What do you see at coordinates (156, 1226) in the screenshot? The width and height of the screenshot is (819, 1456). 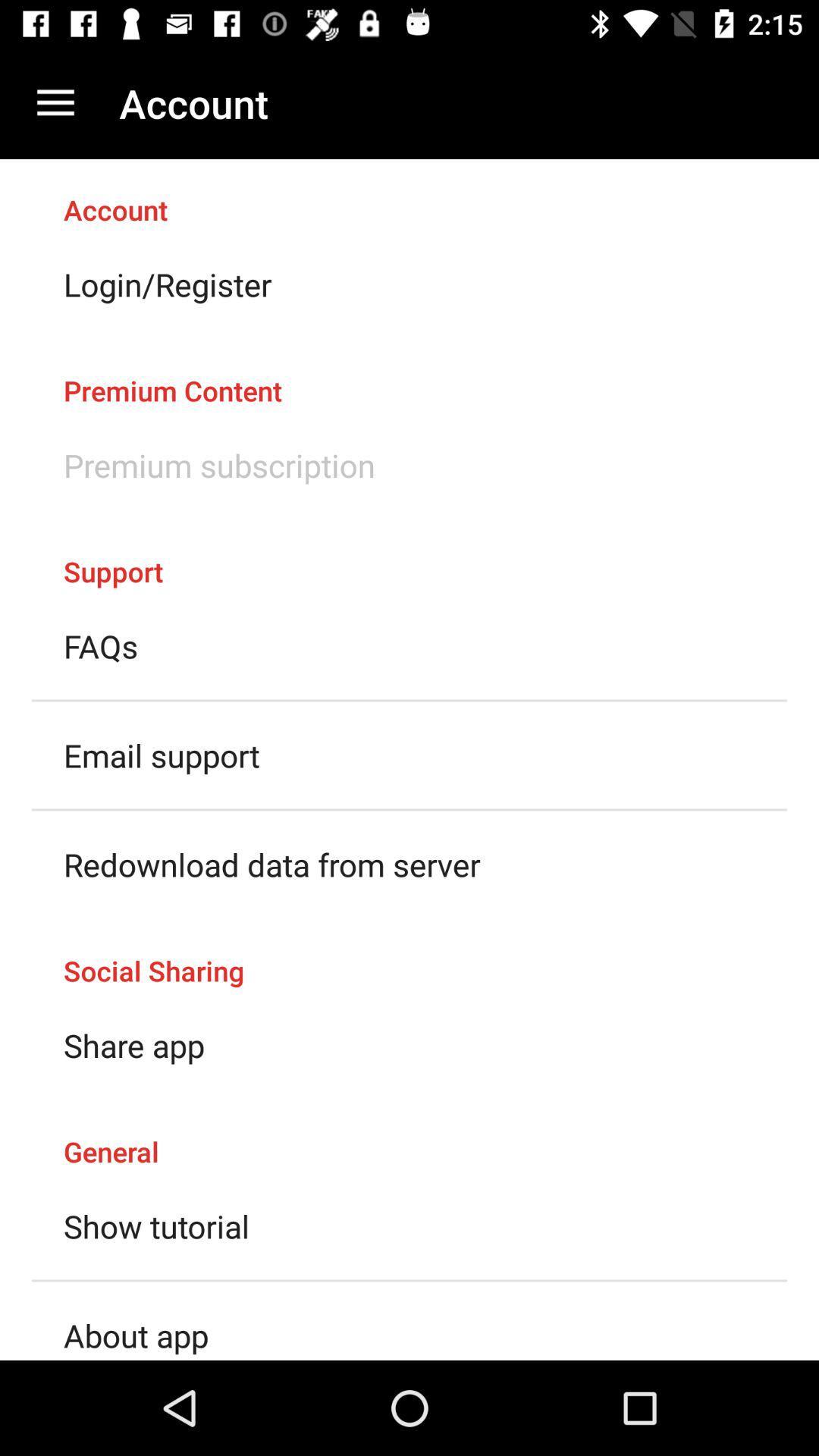 I see `show tutorial icon` at bounding box center [156, 1226].